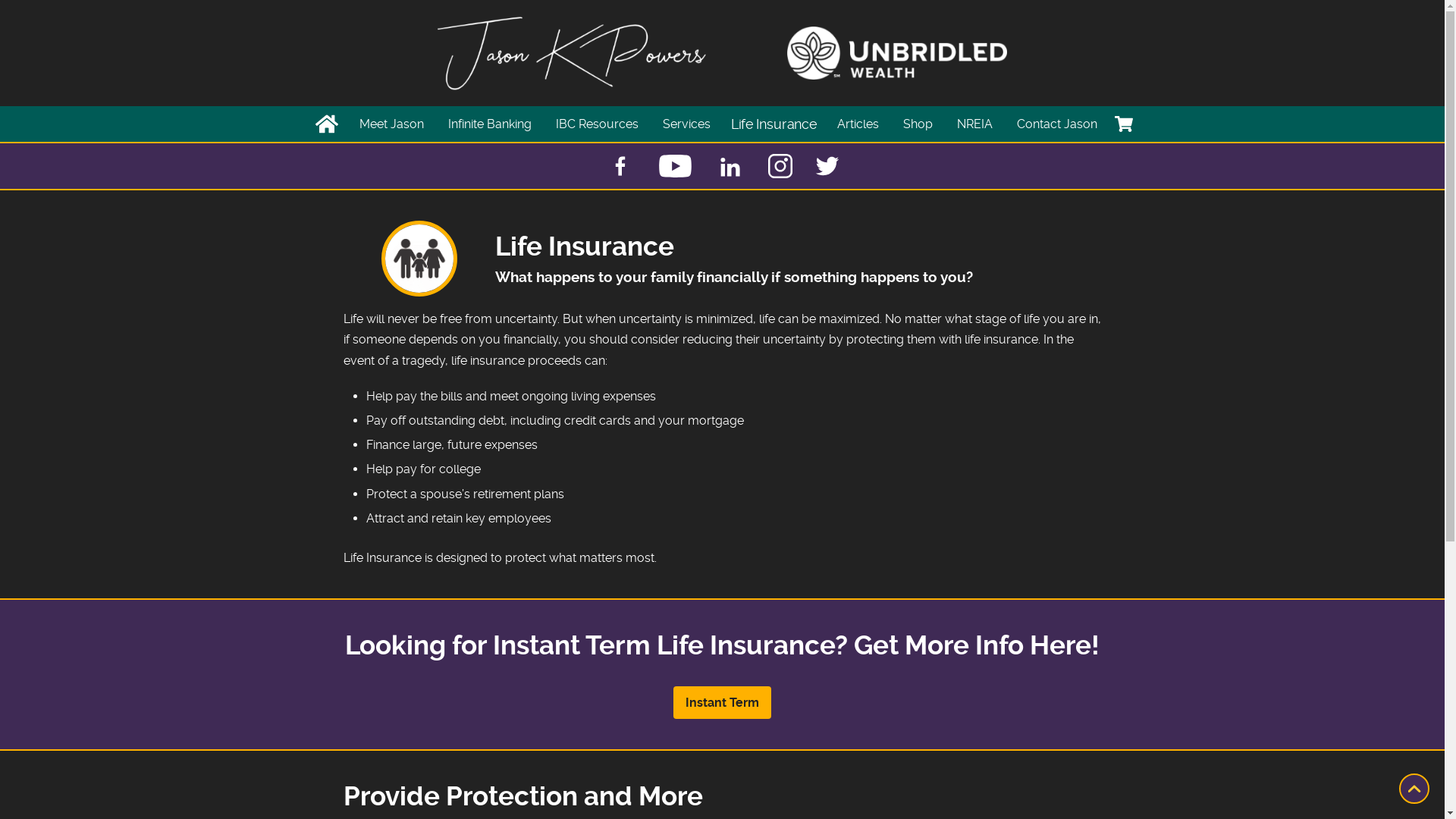 The image size is (1456, 819). I want to click on 'Shop', so click(916, 123).